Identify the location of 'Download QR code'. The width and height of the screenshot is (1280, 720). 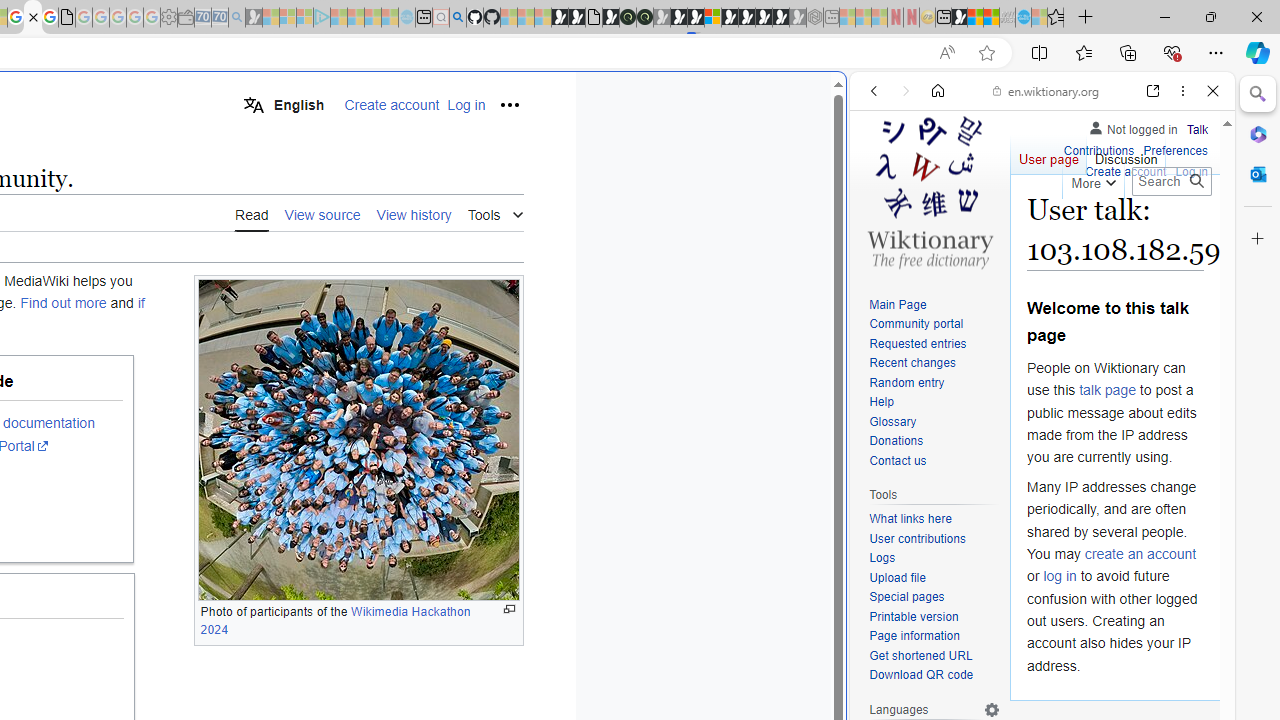
(934, 675).